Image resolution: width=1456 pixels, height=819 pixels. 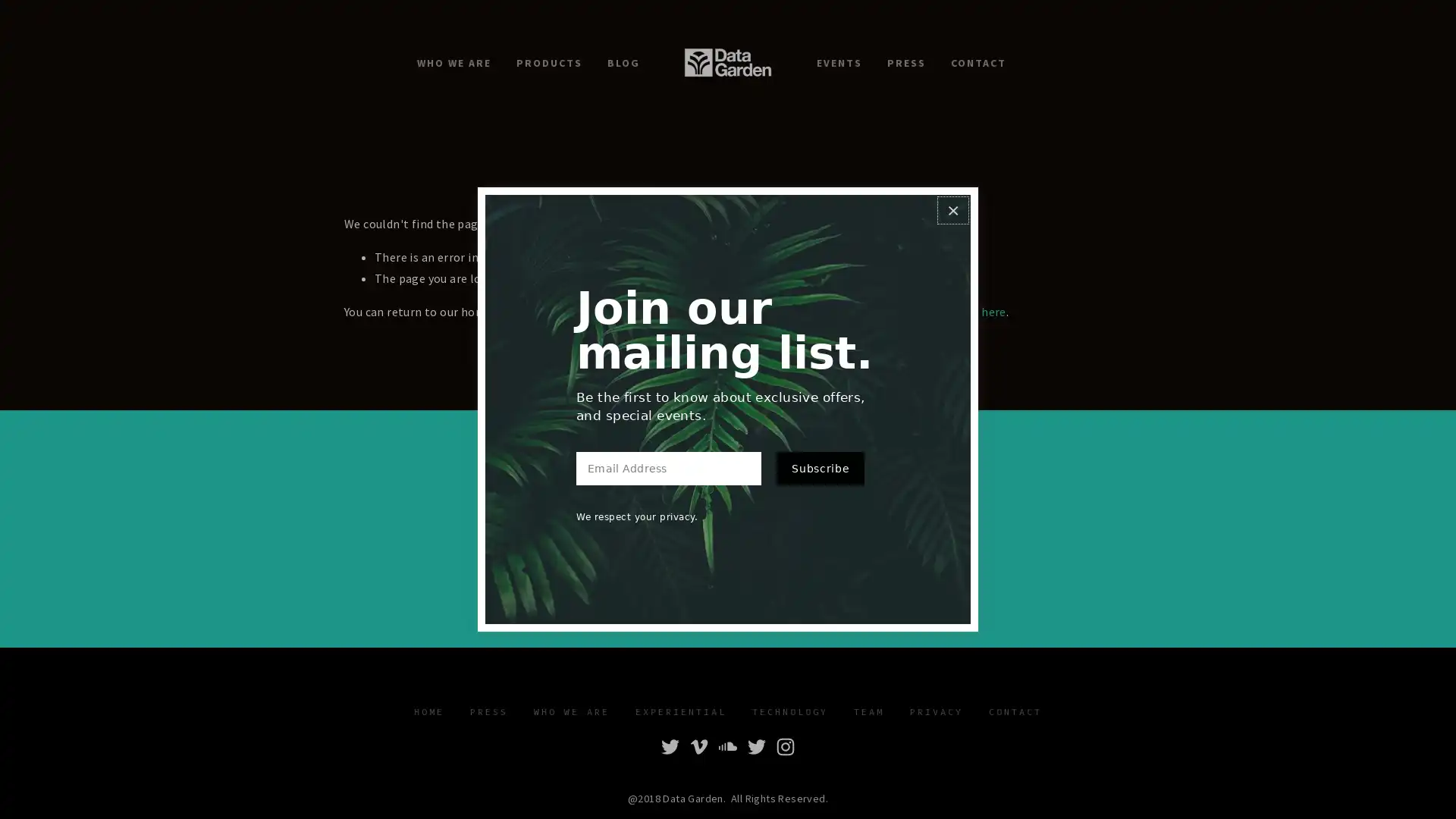 What do you see at coordinates (819, 467) in the screenshot?
I see `Subscribe` at bounding box center [819, 467].